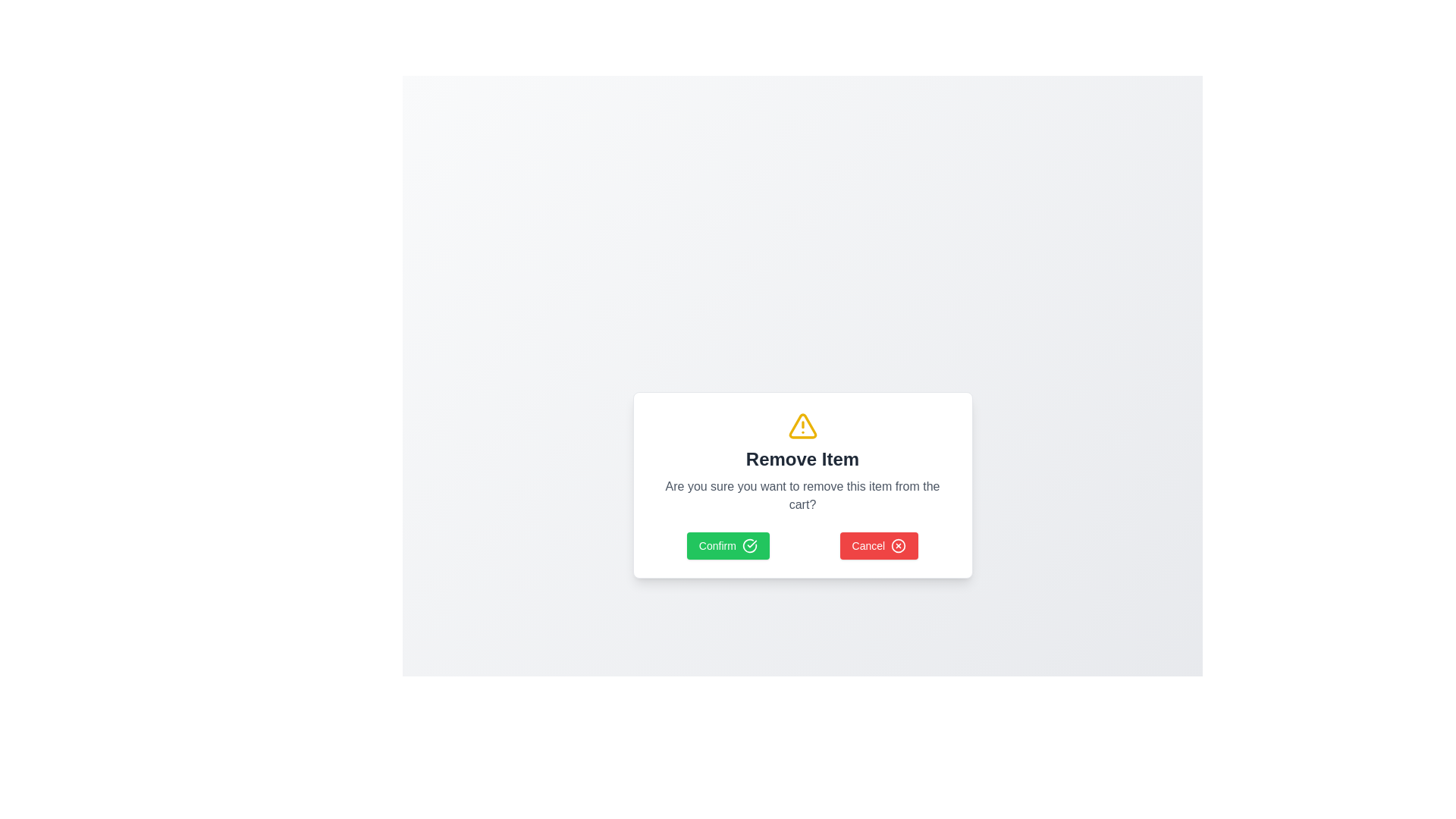 The image size is (1456, 819). I want to click on the red circular graphical element located inside the 'Cancel' button on the notification interface's bottom-right section, so click(899, 546).